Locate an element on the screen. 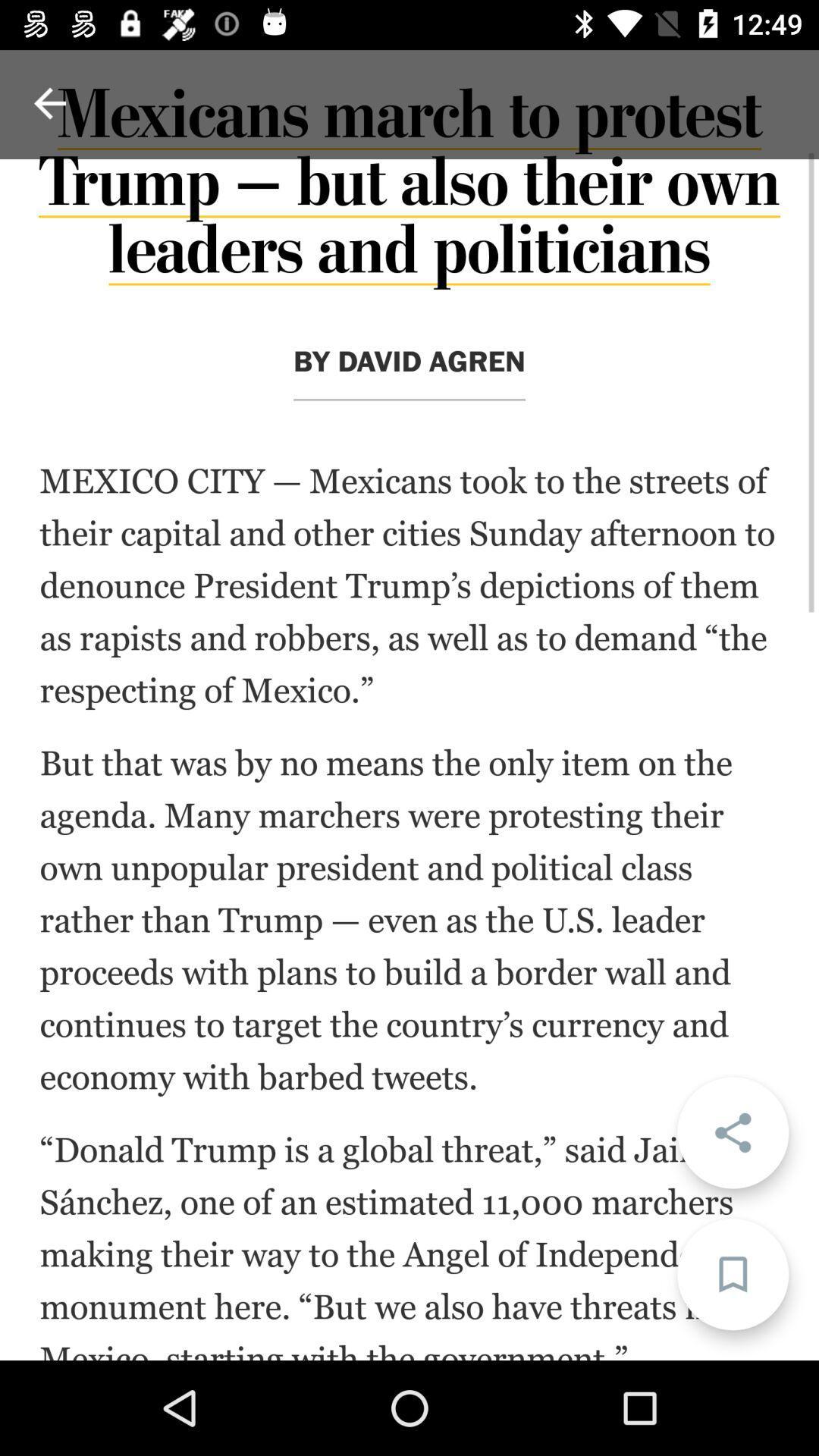  the bookmark icon is located at coordinates (732, 1274).